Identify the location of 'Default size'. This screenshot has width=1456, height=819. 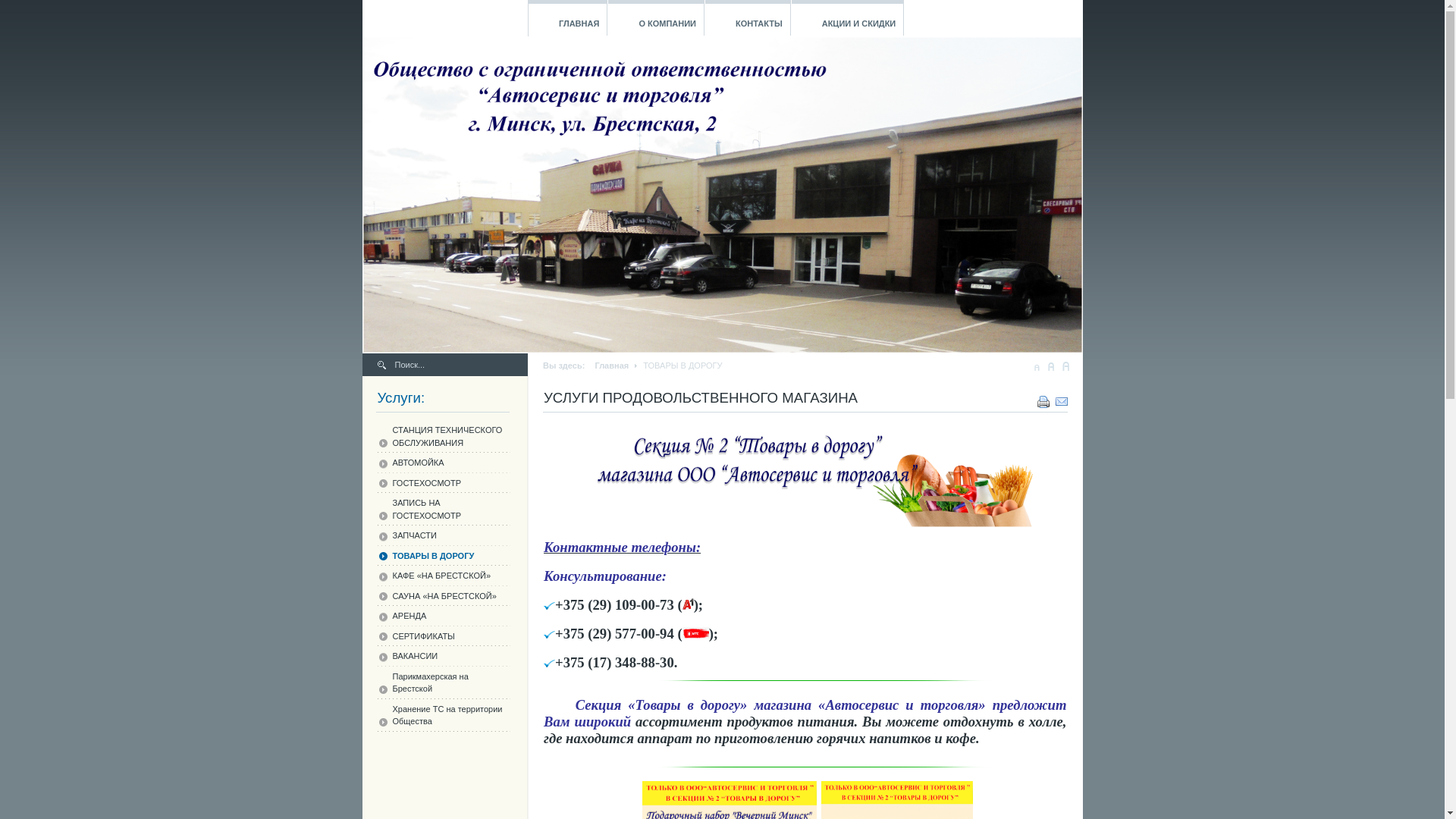
(1050, 366).